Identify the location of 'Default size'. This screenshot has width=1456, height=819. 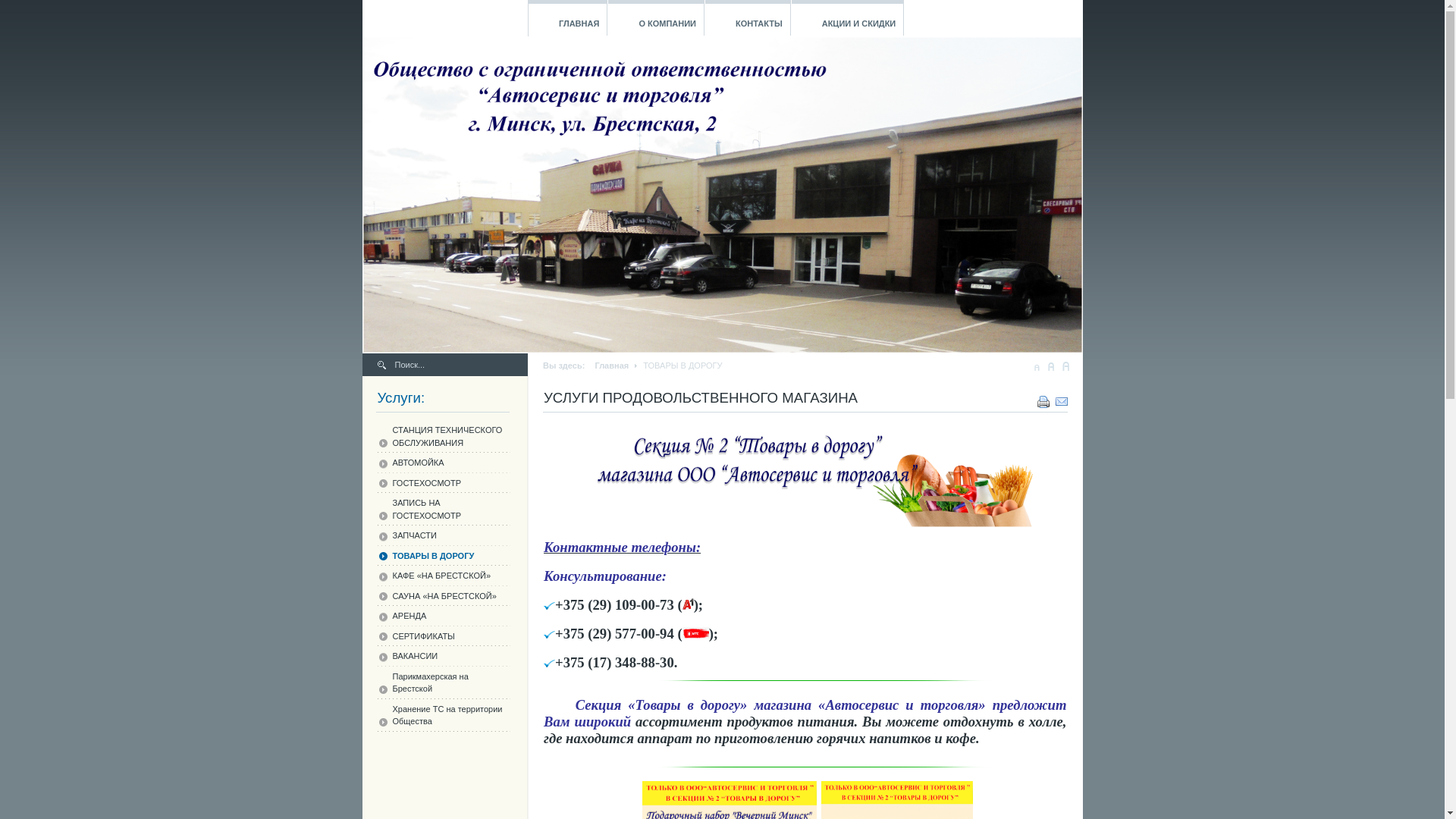
(1050, 366).